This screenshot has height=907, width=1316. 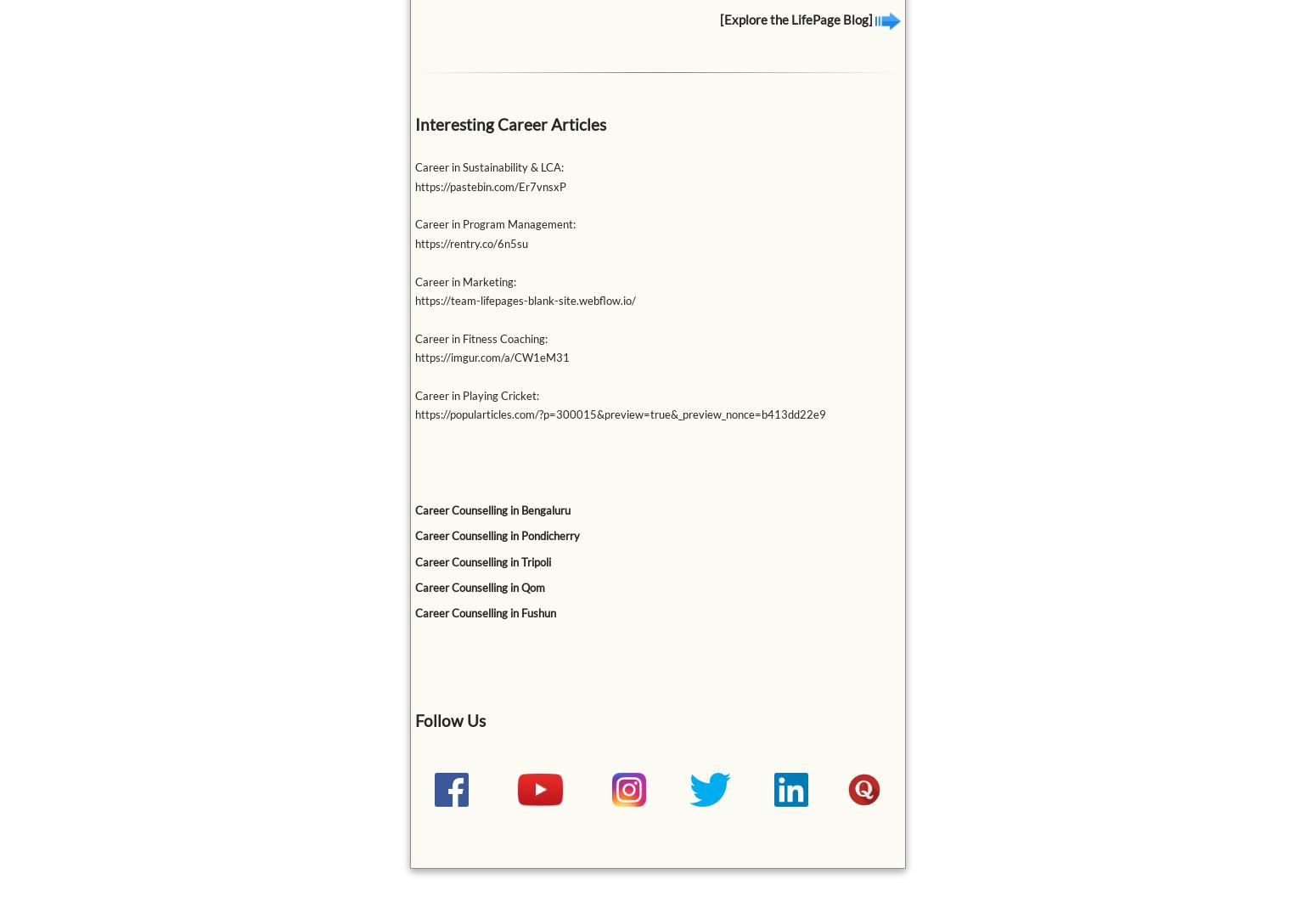 What do you see at coordinates (413, 167) in the screenshot?
I see `'Career in Sustainability & LCA:'` at bounding box center [413, 167].